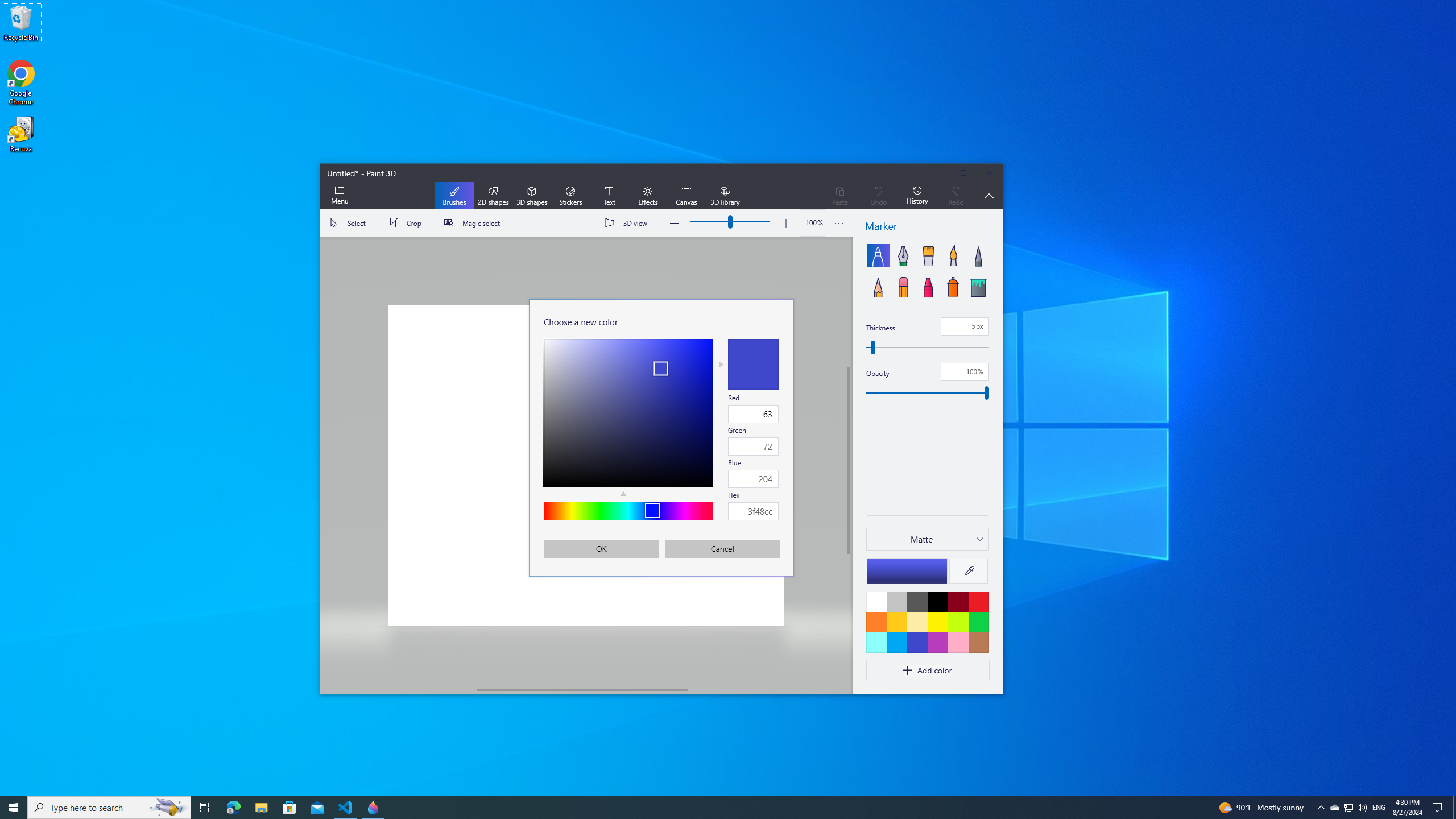 The height and width of the screenshot is (819, 1456). I want to click on 'Type here to search', so click(109, 806).